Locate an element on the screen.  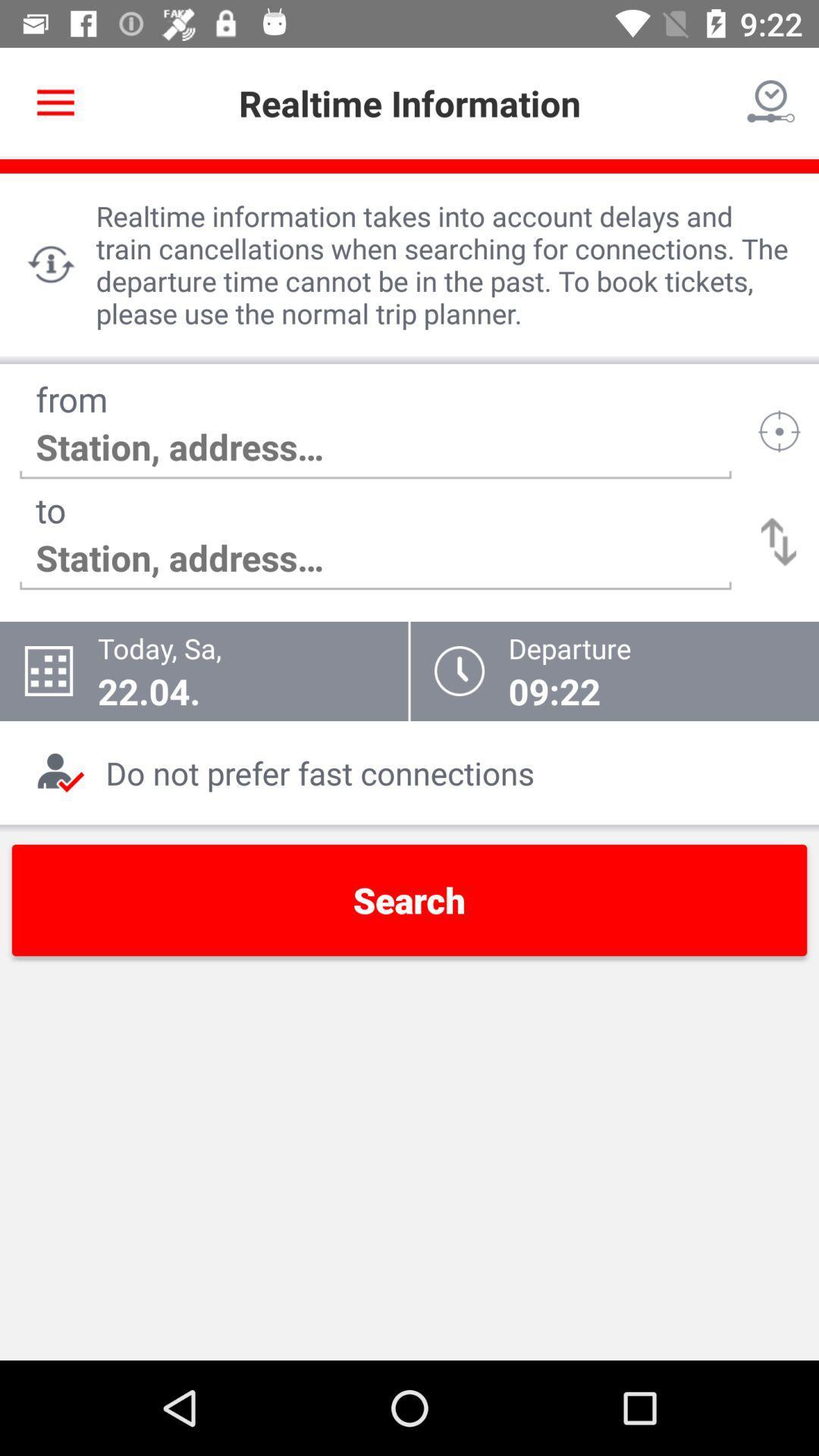
the icon in the bottom left corner is located at coordinates (60, 772).